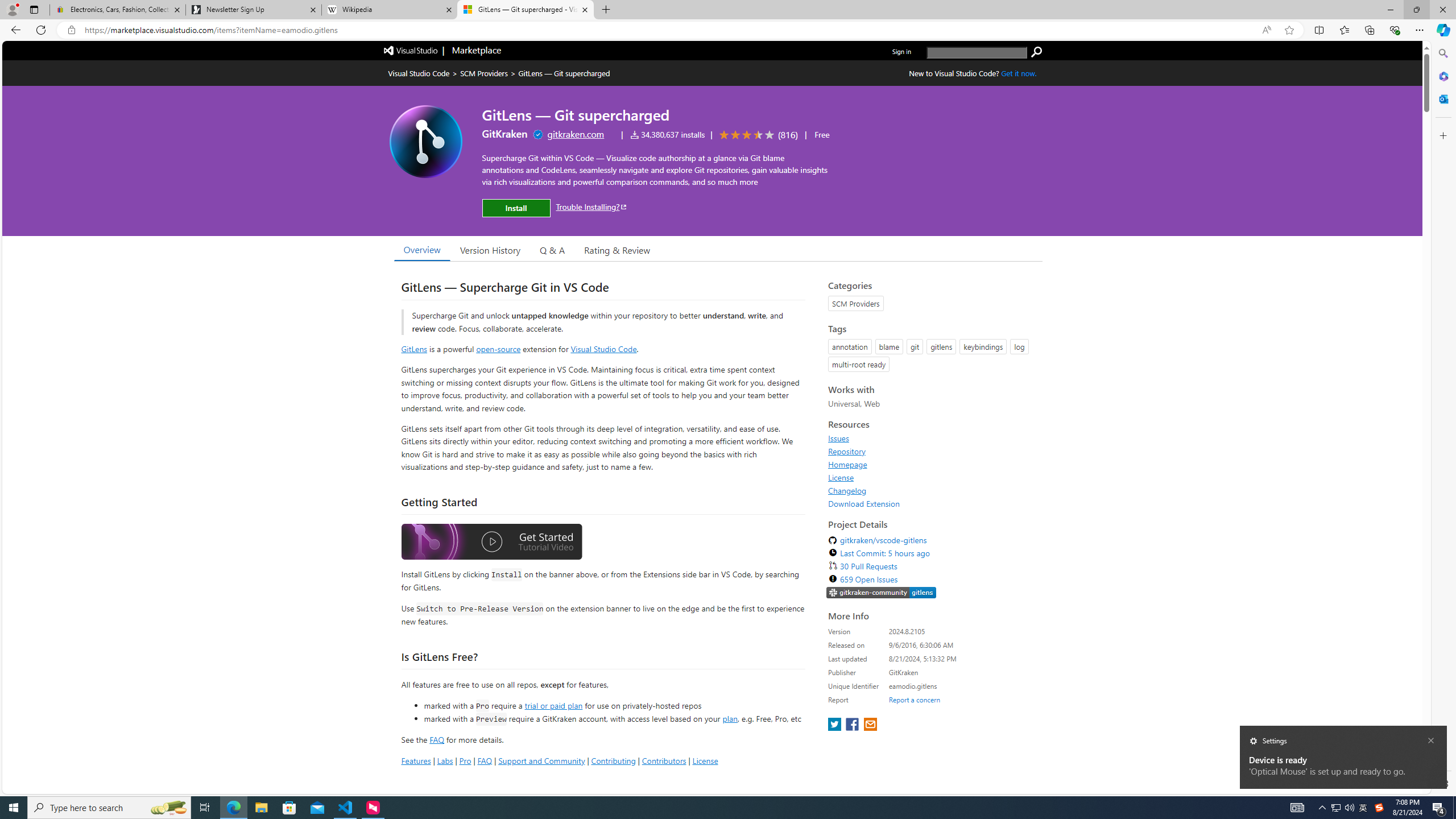 Image resolution: width=1456 pixels, height=819 pixels. I want to click on 'trial or paid plan', so click(552, 704).